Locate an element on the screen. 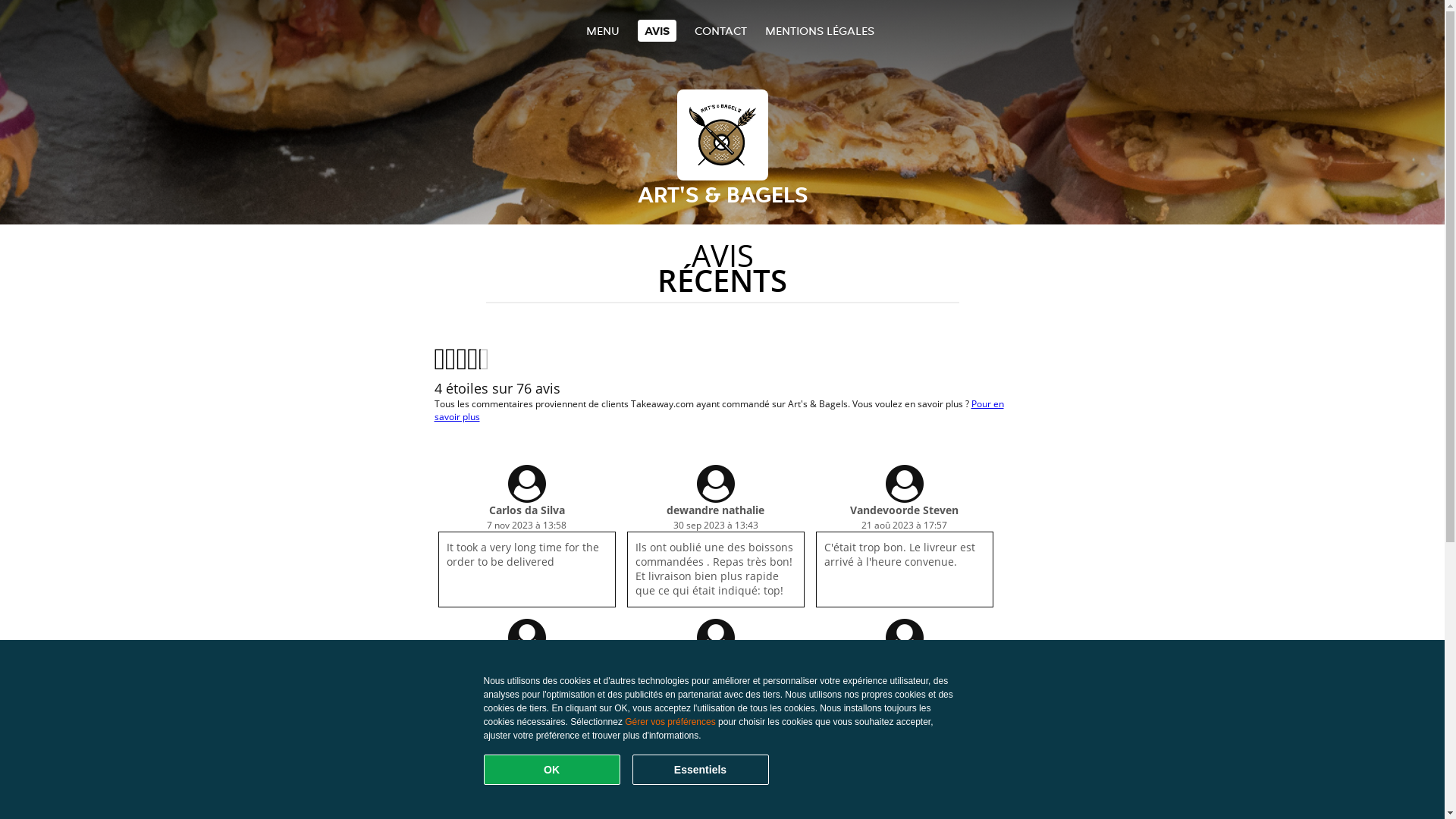 The width and height of the screenshot is (1456, 819). 'AVIS' is located at coordinates (656, 30).